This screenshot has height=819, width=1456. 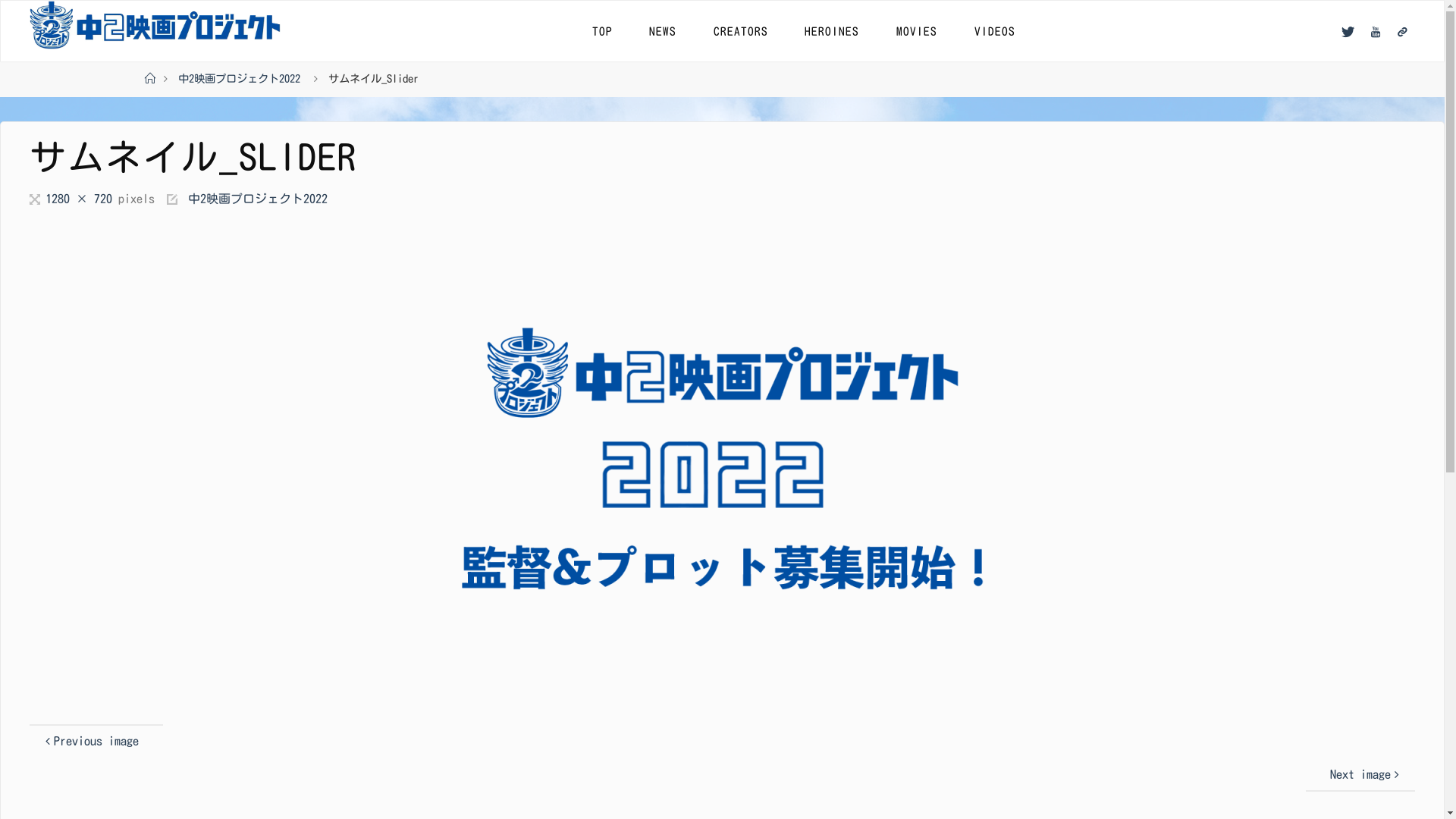 I want to click on 'NEWS', so click(x=663, y=31).